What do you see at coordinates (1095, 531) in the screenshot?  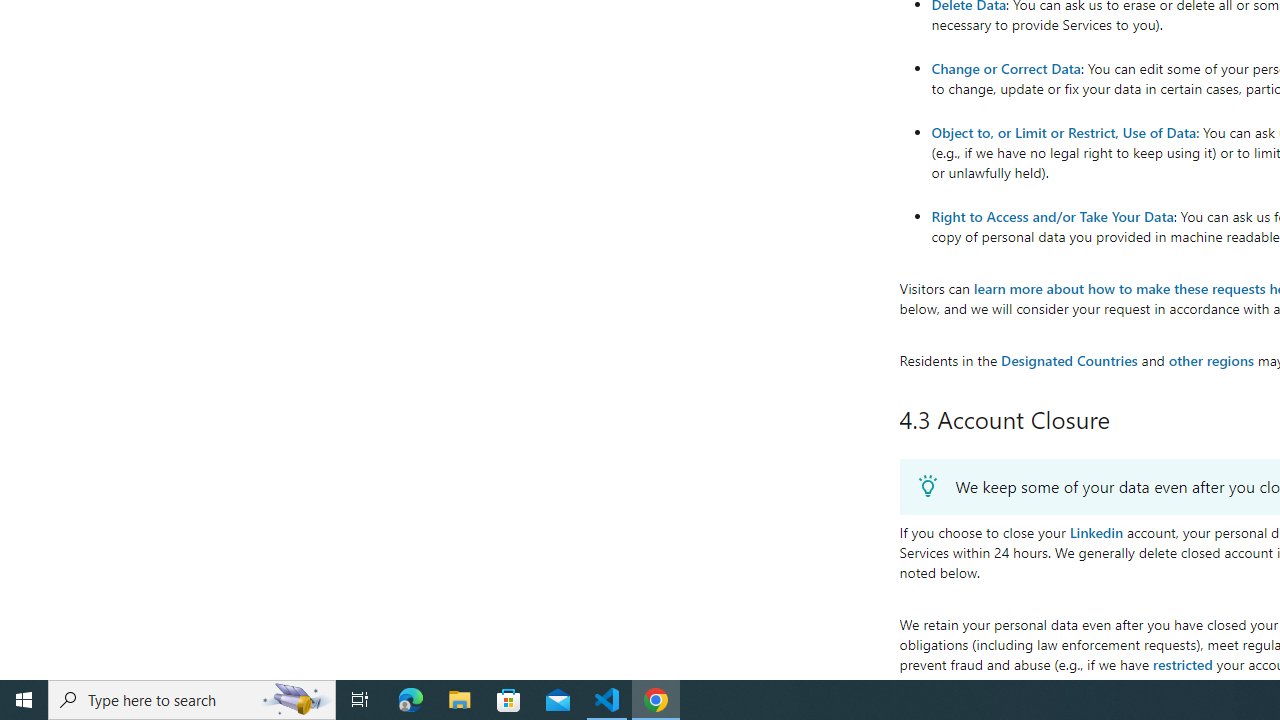 I see `'Linkedin'` at bounding box center [1095, 531].